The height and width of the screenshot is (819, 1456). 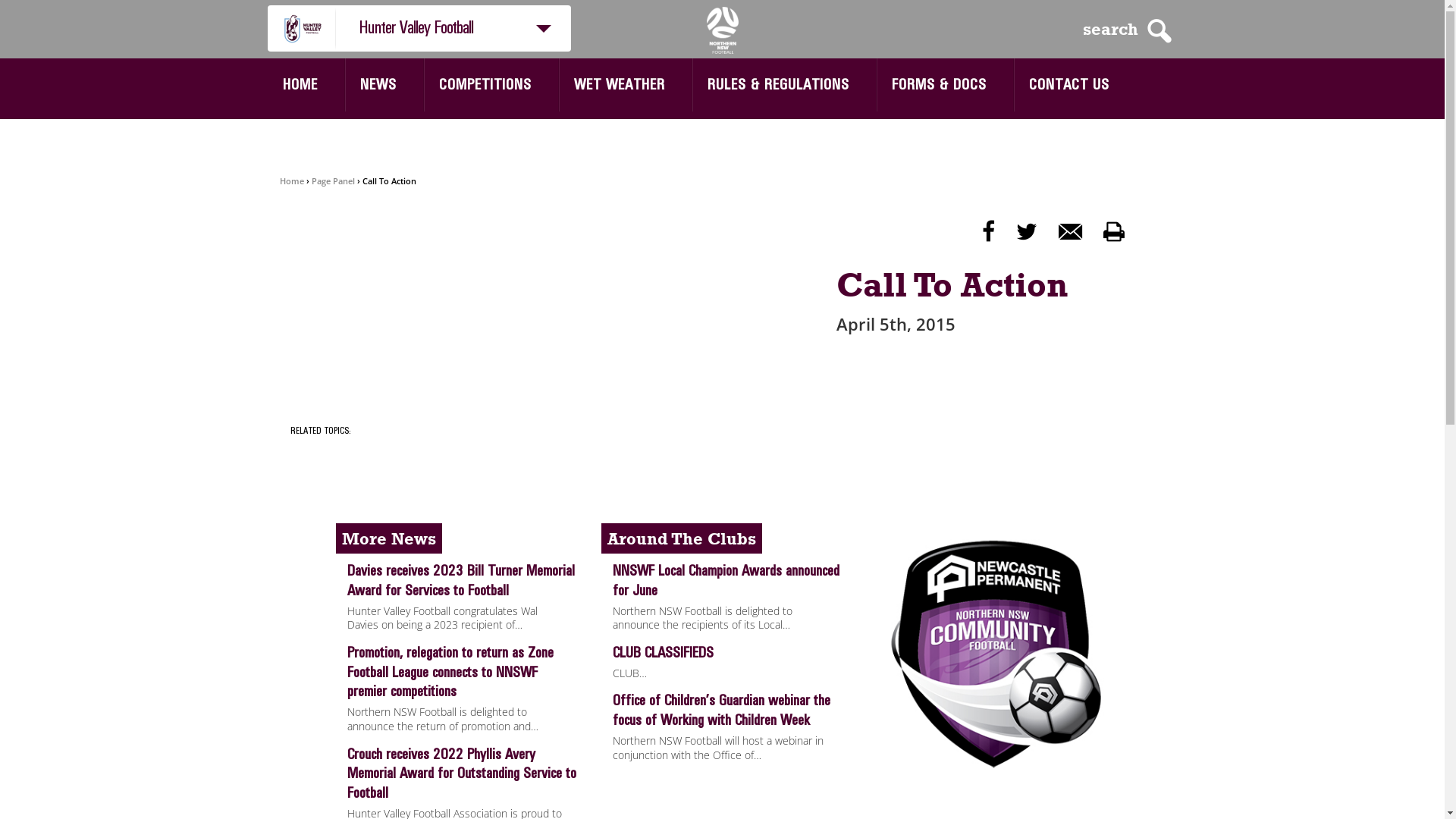 I want to click on 'HOME', so click(x=299, y=84).